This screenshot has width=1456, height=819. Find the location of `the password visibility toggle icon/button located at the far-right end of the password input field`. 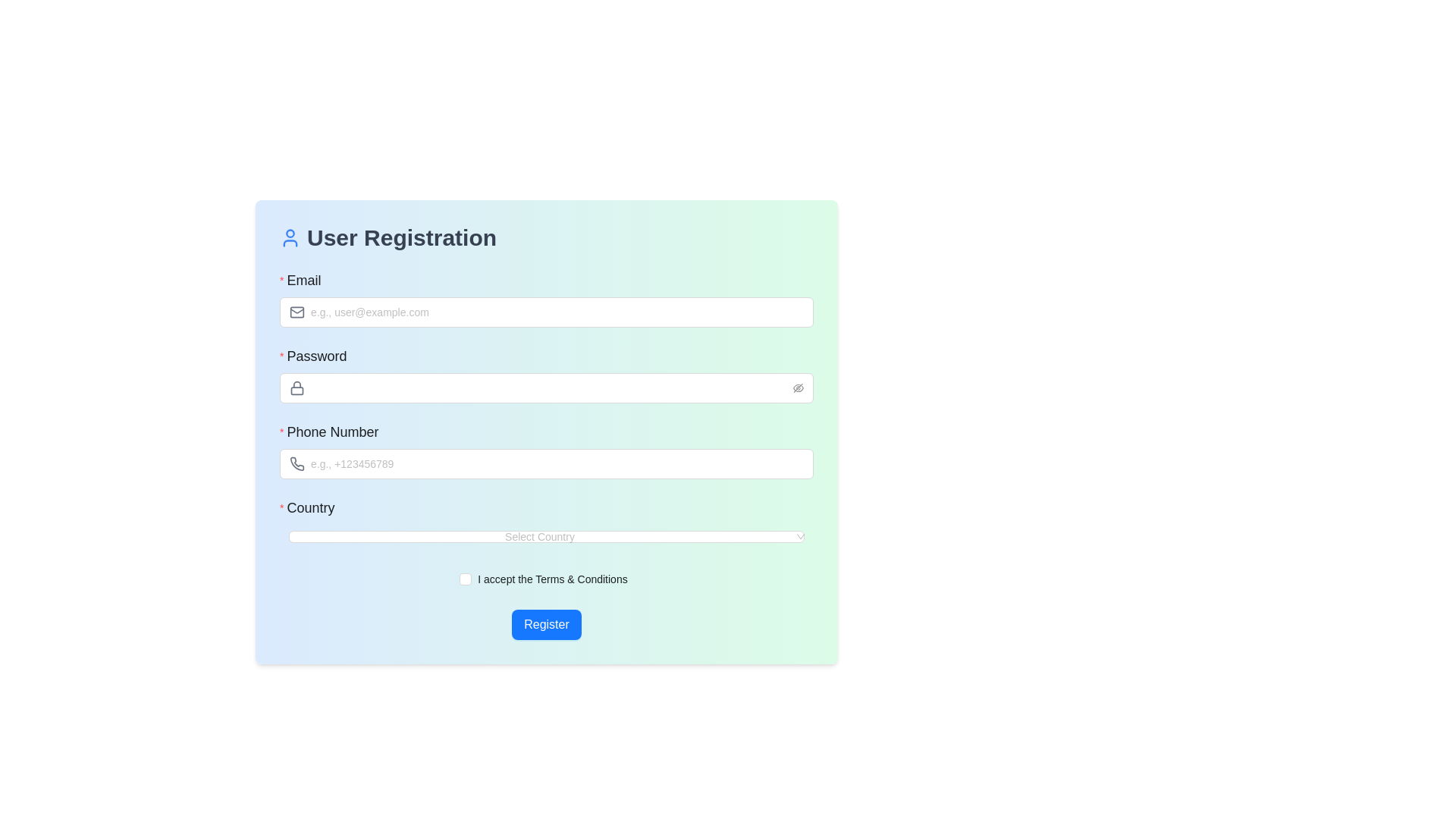

the password visibility toggle icon/button located at the far-right end of the password input field is located at coordinates (797, 388).